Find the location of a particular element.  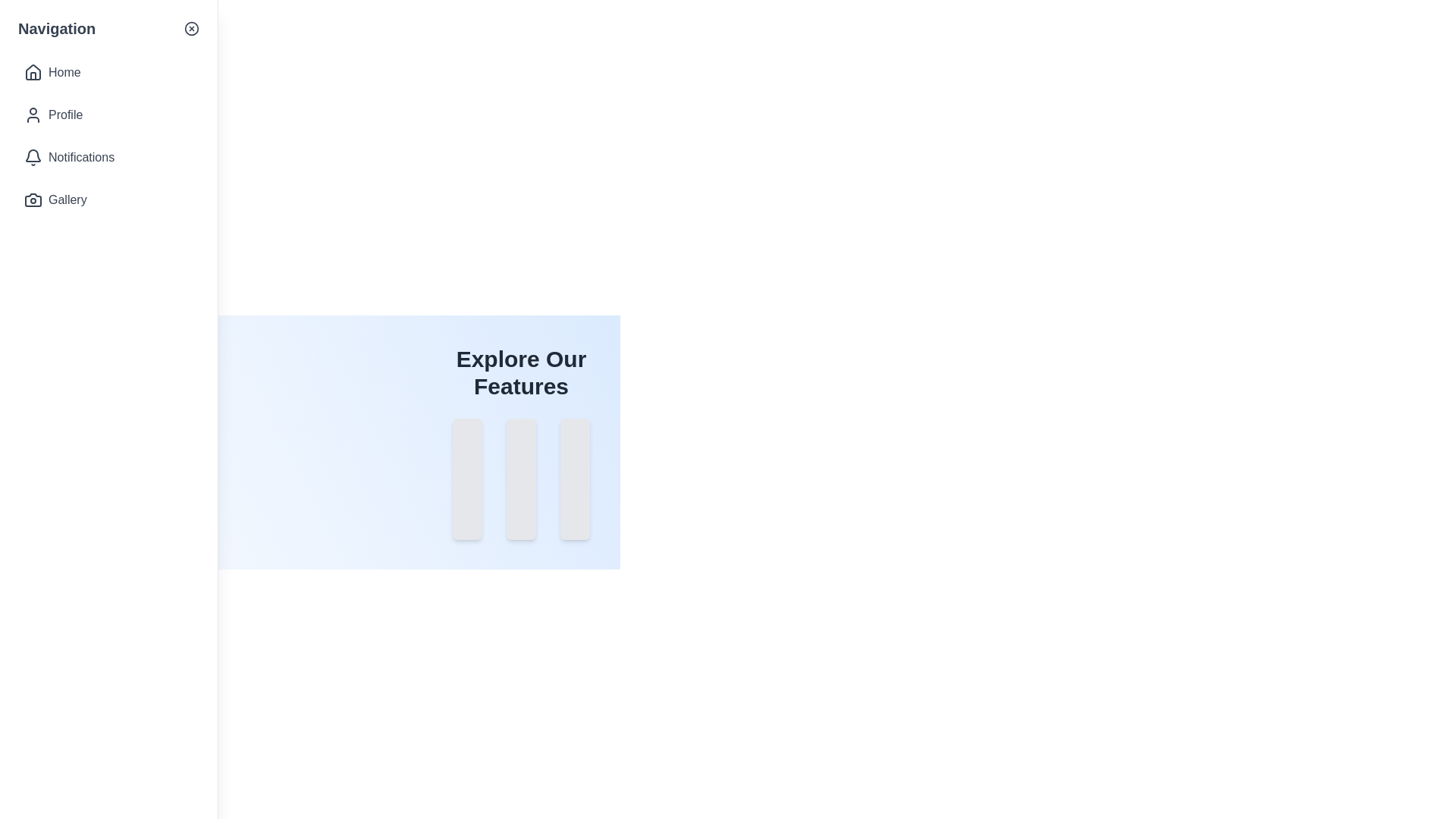

the 'Notifications' text label in the vertical navigation menu is located at coordinates (80, 158).